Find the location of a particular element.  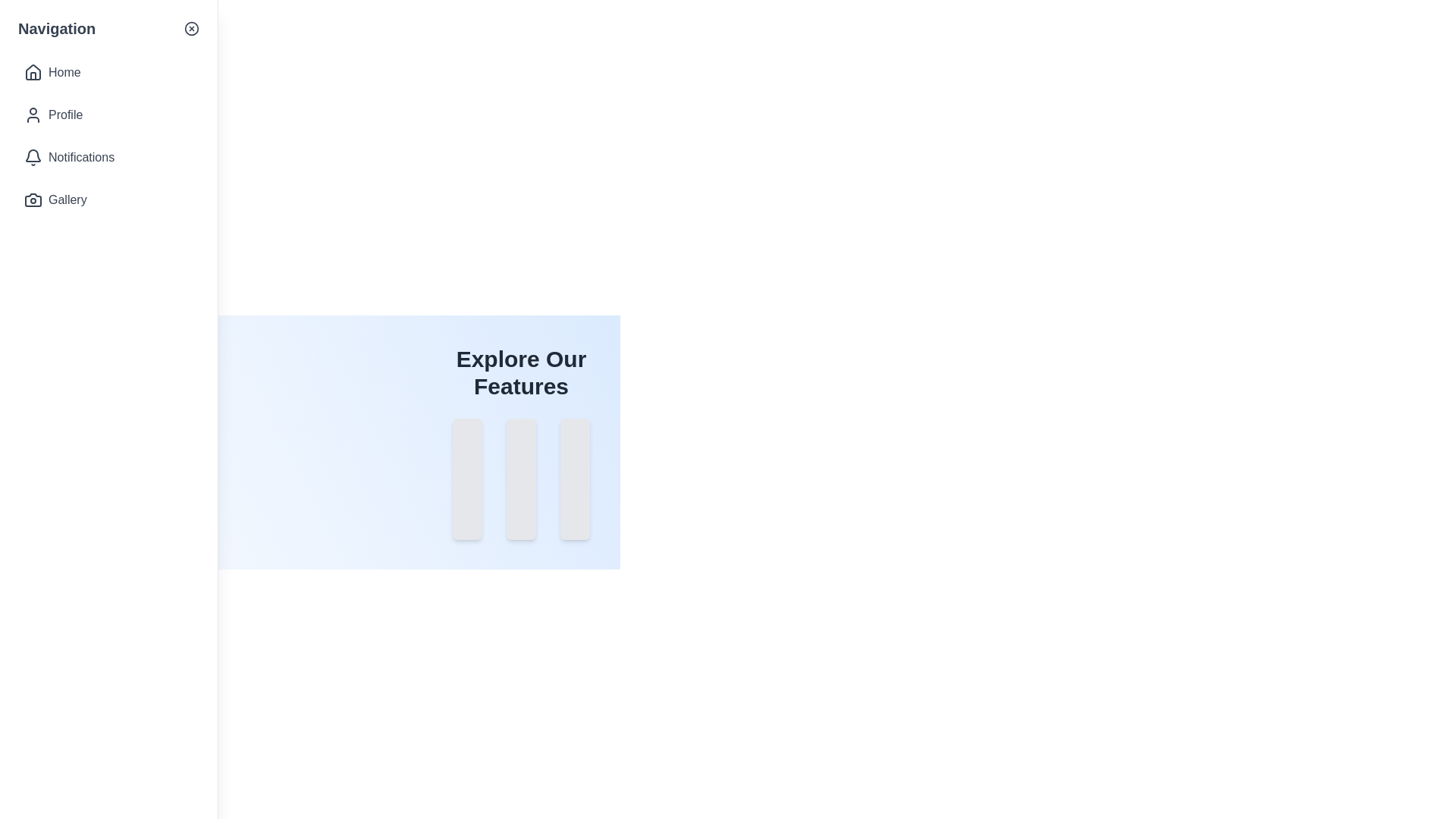

the 'Notifications' text label in the vertical navigation menu is located at coordinates (80, 158).